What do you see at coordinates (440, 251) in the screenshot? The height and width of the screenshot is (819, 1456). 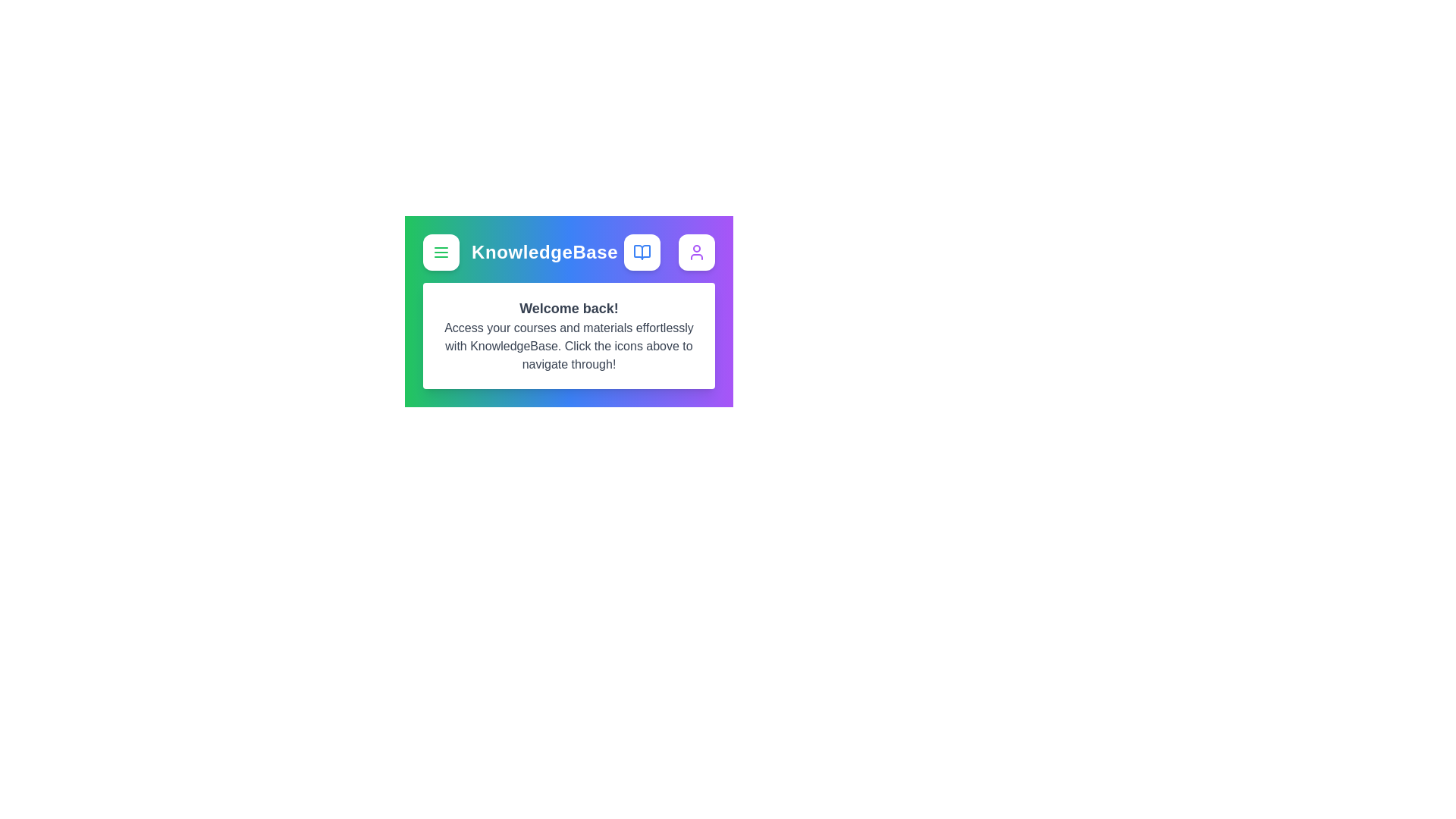 I see `menu button to open the navigation menu` at bounding box center [440, 251].